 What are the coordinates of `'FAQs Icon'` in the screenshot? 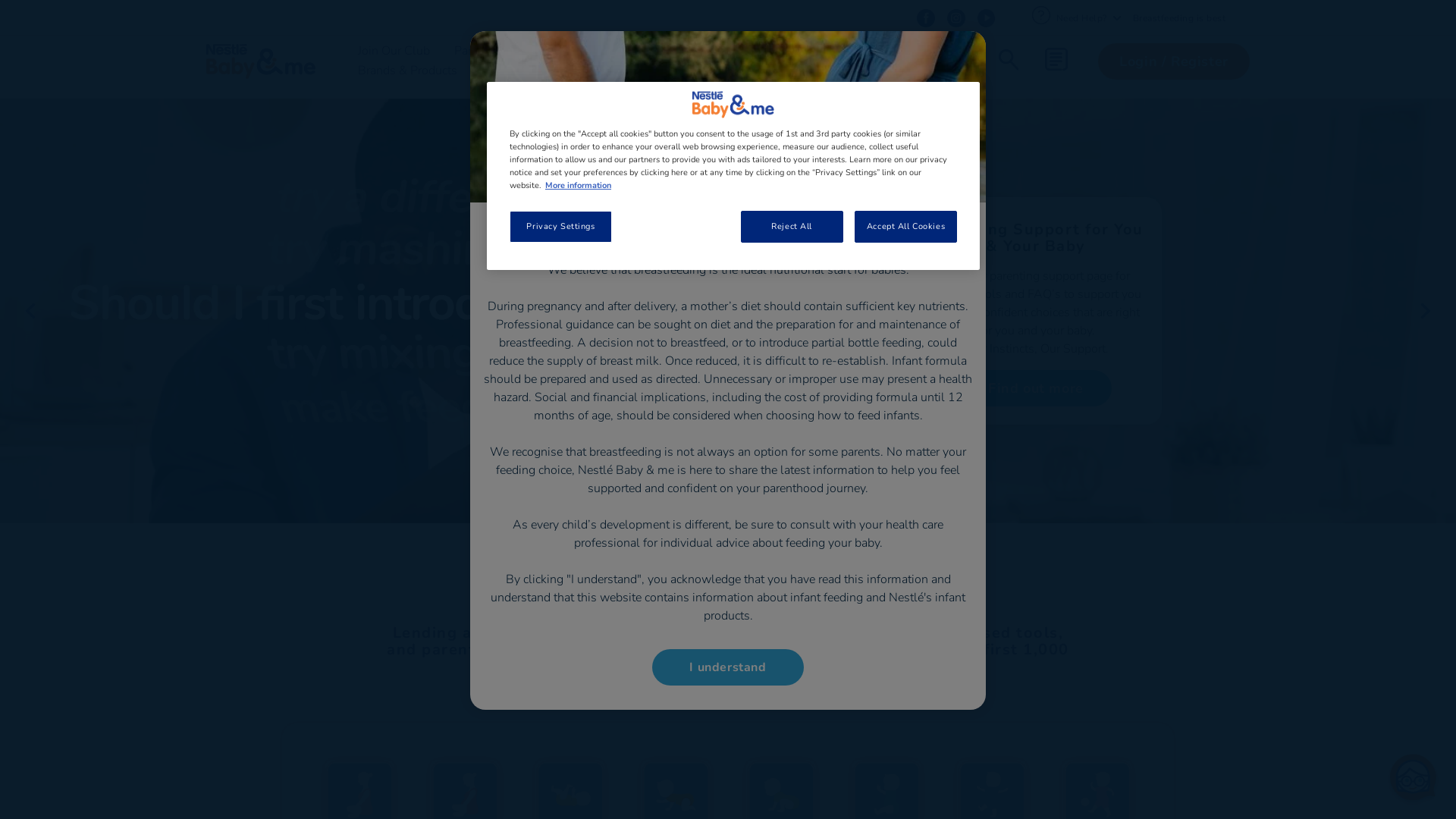 It's located at (1031, 14).